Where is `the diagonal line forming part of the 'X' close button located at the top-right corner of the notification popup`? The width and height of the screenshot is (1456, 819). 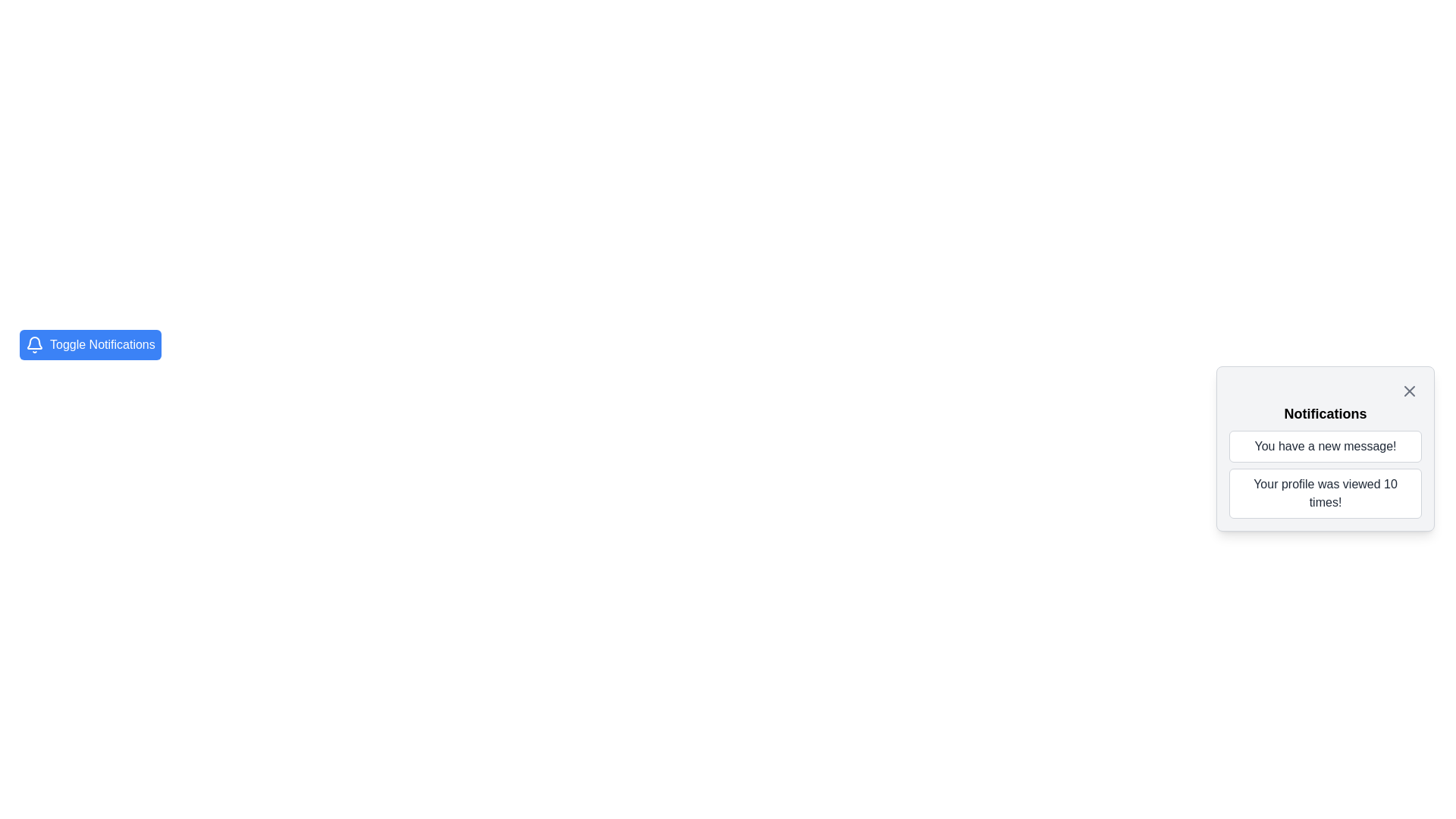
the diagonal line forming part of the 'X' close button located at the top-right corner of the notification popup is located at coordinates (1408, 391).